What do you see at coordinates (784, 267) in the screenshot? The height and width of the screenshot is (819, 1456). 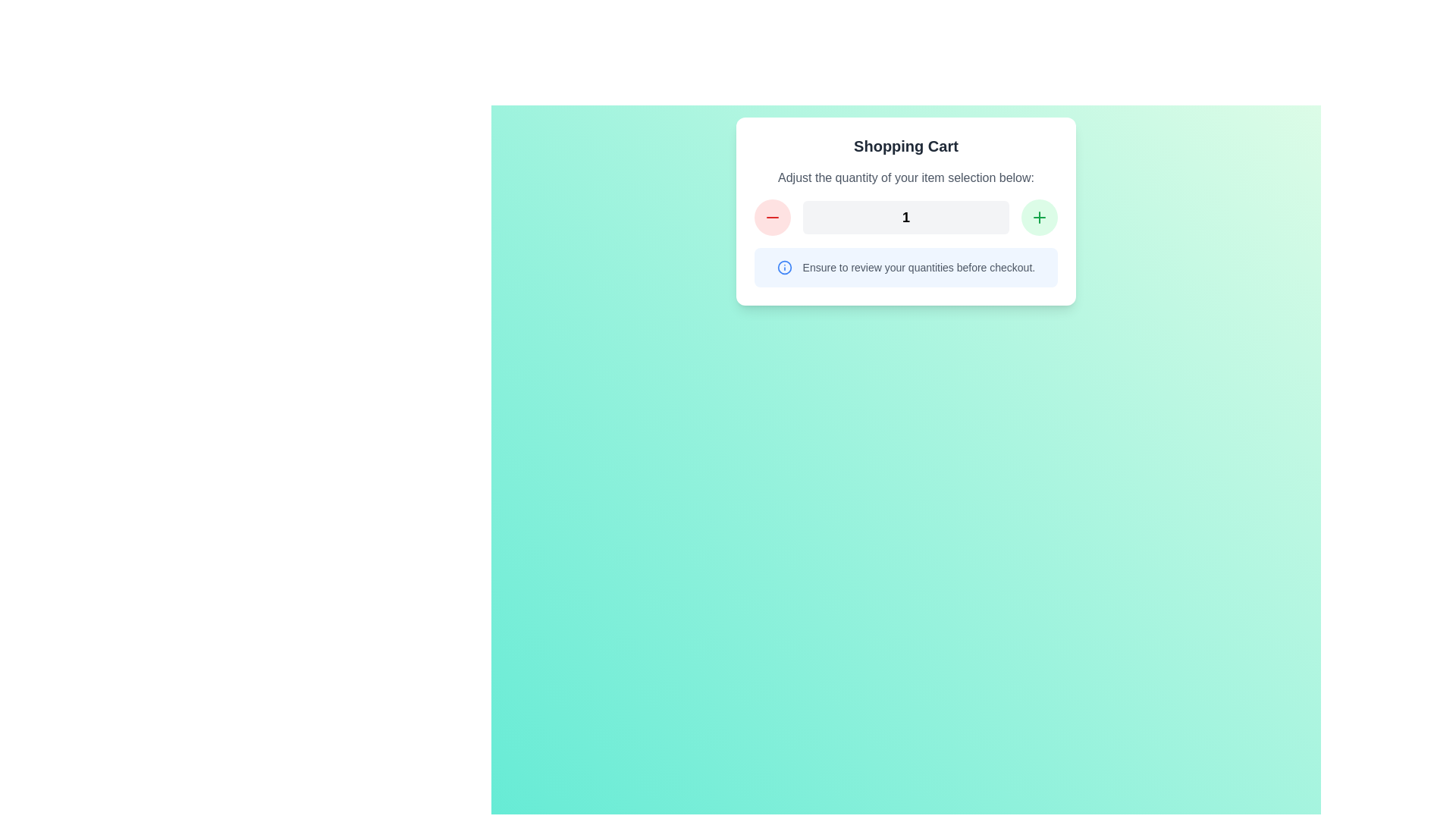 I see `the circular icon with a blue border and an 'info' symbol at its center, which is located to the left of the text 'Ensure to review your quantities before checkout.'` at bounding box center [784, 267].